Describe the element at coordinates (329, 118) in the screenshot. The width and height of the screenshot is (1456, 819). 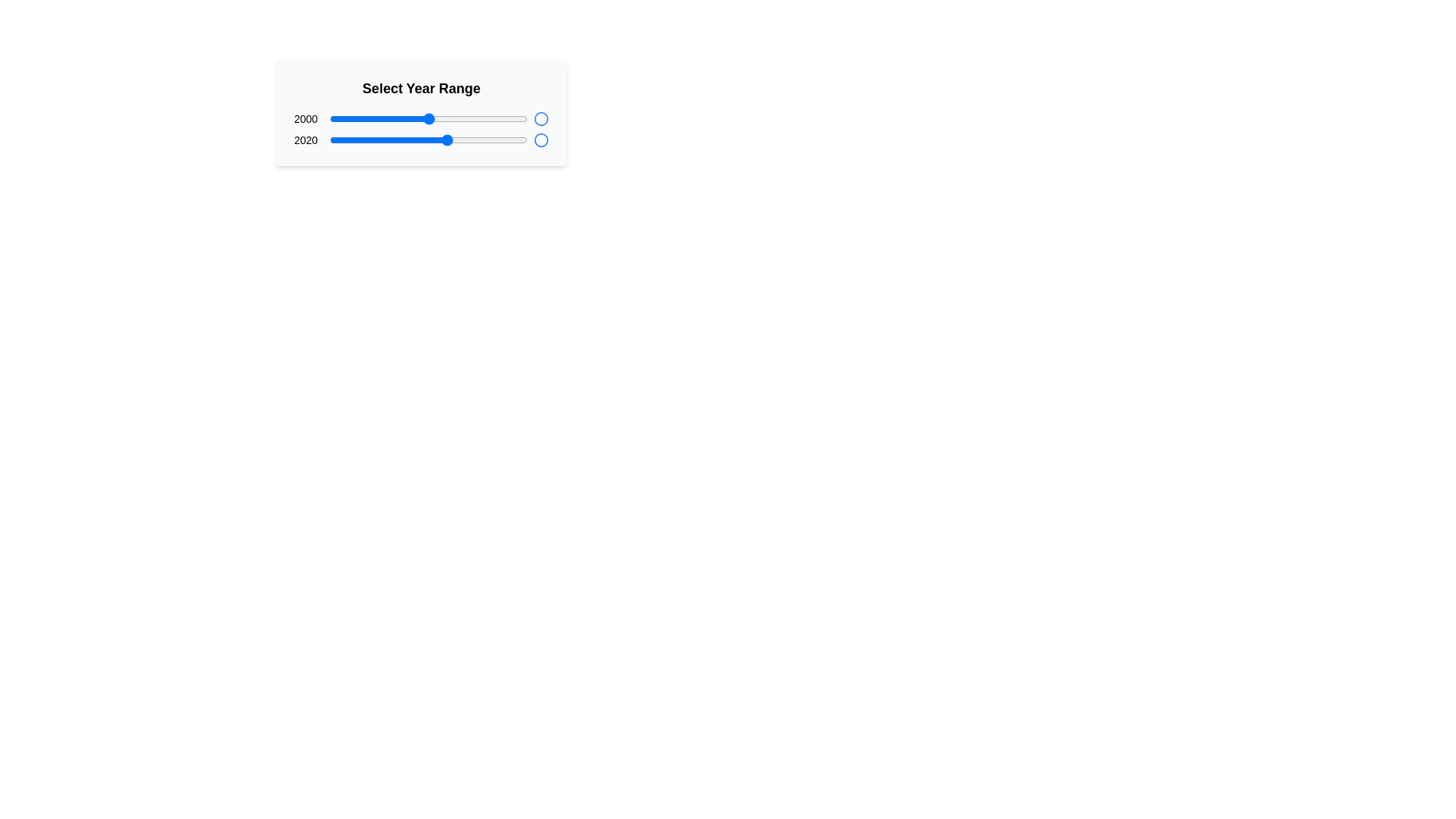
I see `the slider` at that location.